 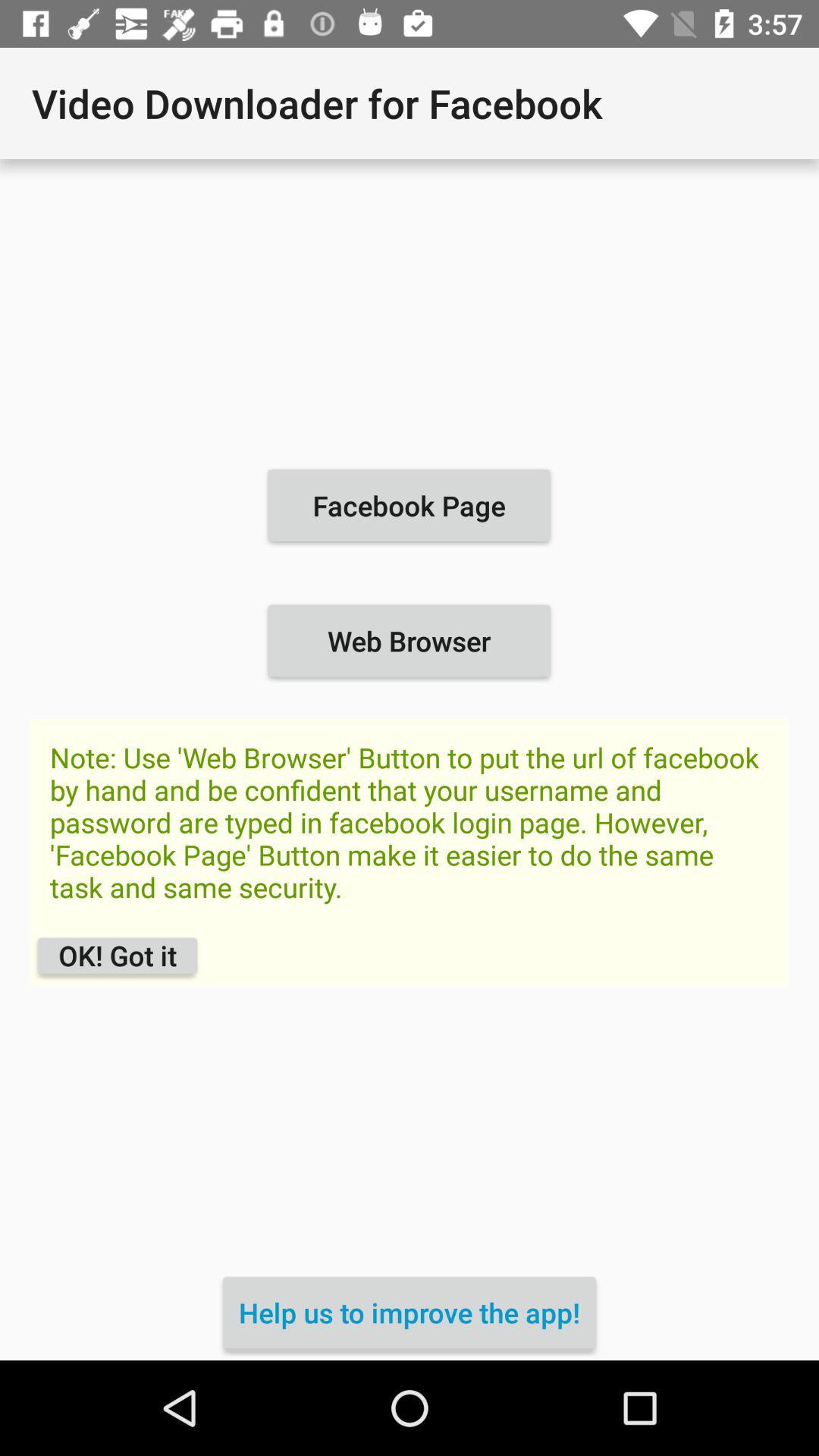 I want to click on the icon below note use web icon, so click(x=409, y=1312).